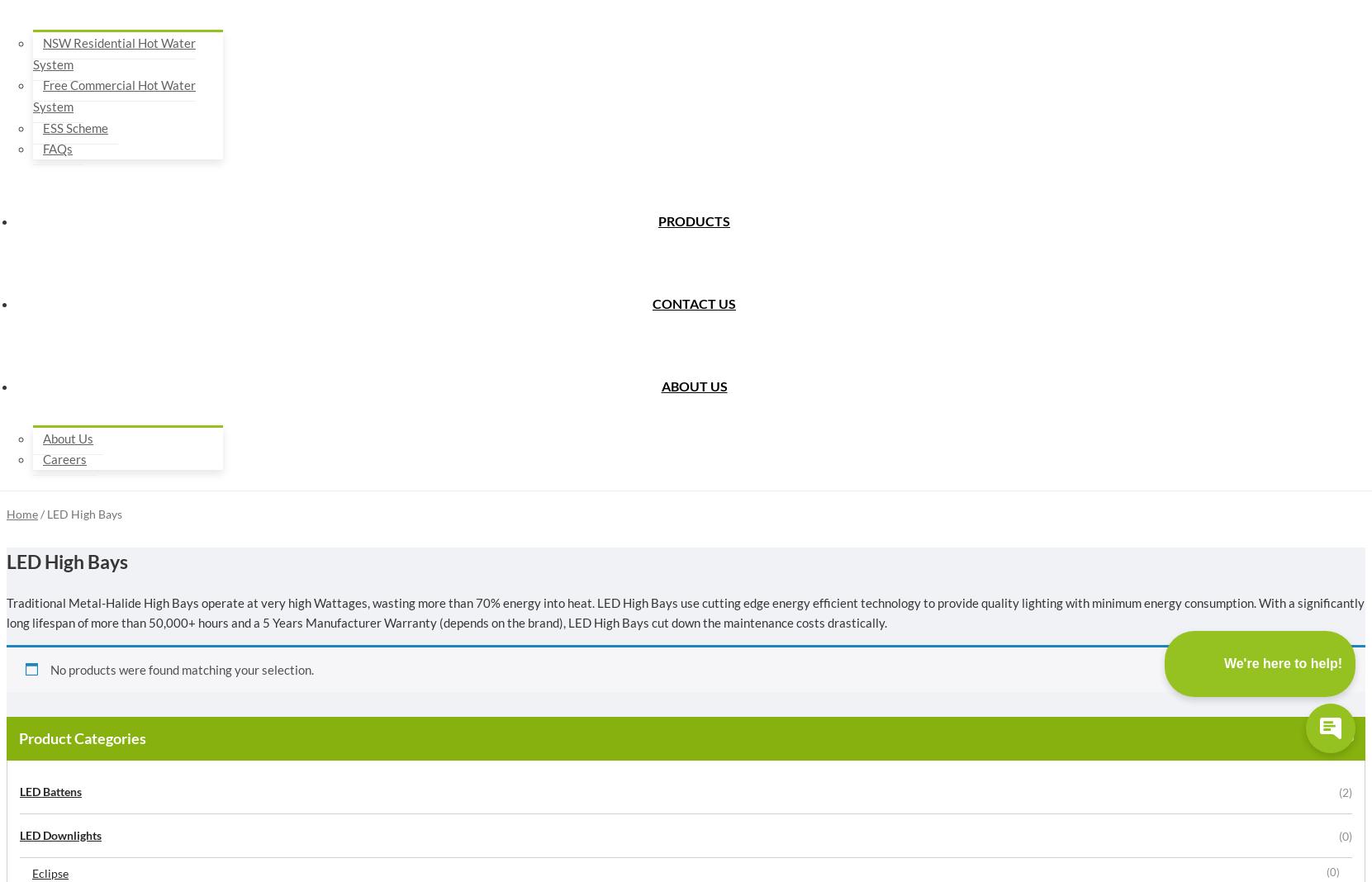 The width and height of the screenshot is (1372, 882). What do you see at coordinates (1345, 791) in the screenshot?
I see `'(2)'` at bounding box center [1345, 791].